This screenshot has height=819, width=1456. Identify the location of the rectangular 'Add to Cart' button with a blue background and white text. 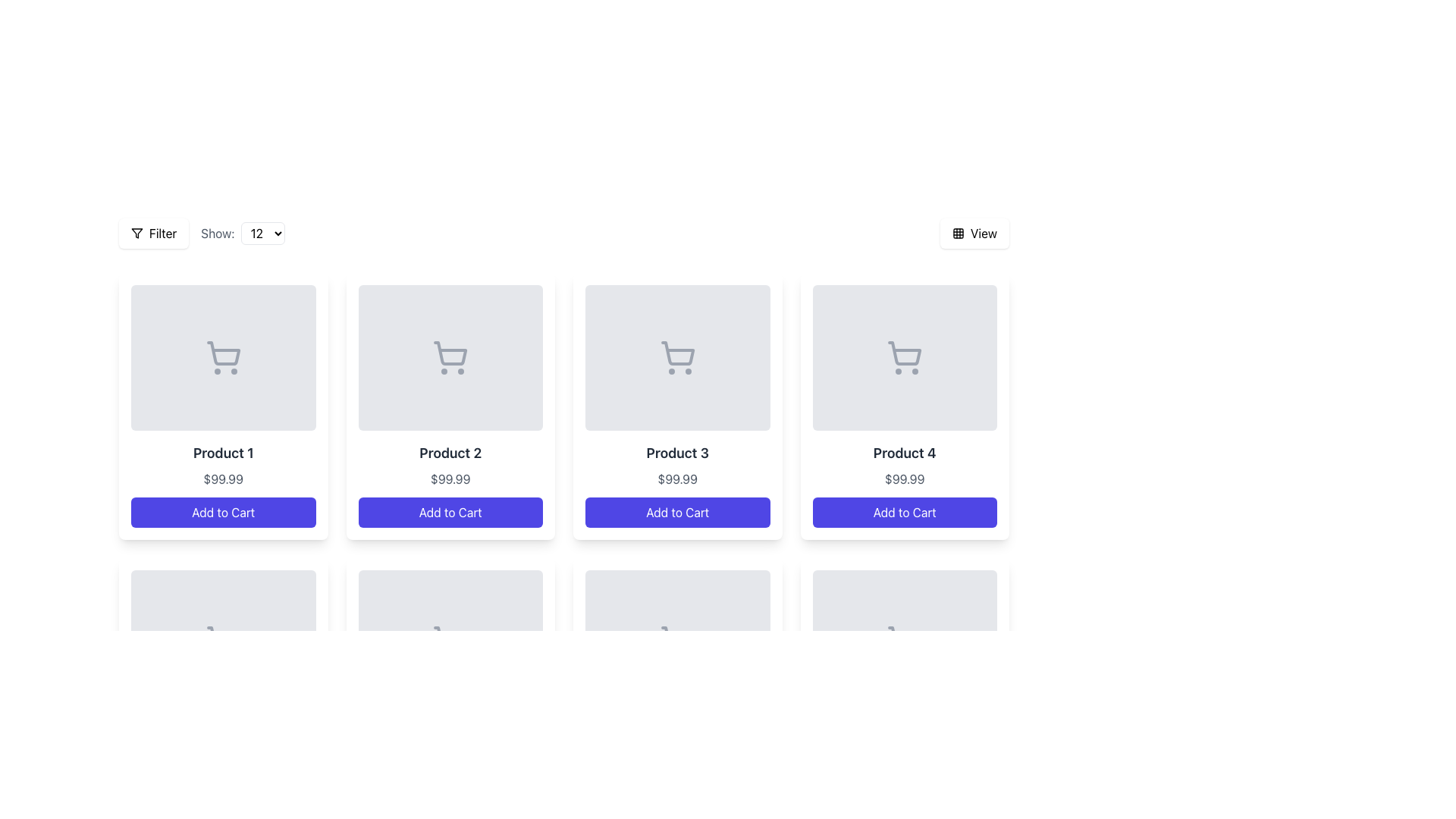
(905, 512).